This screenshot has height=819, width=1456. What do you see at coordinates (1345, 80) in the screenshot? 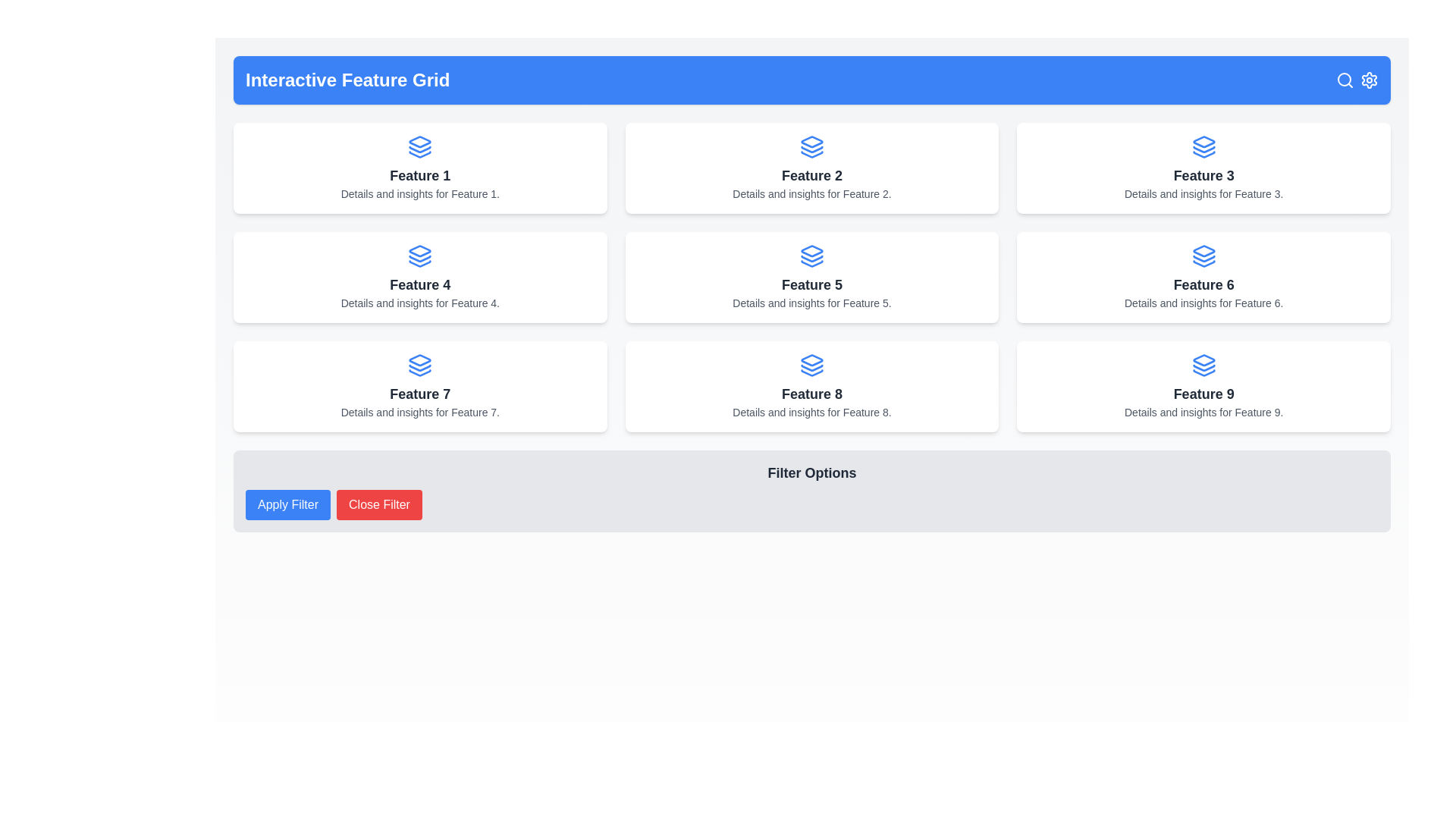
I see `the magnifying glass icon button located at the top-right corner of the interface to initiate a search` at bounding box center [1345, 80].